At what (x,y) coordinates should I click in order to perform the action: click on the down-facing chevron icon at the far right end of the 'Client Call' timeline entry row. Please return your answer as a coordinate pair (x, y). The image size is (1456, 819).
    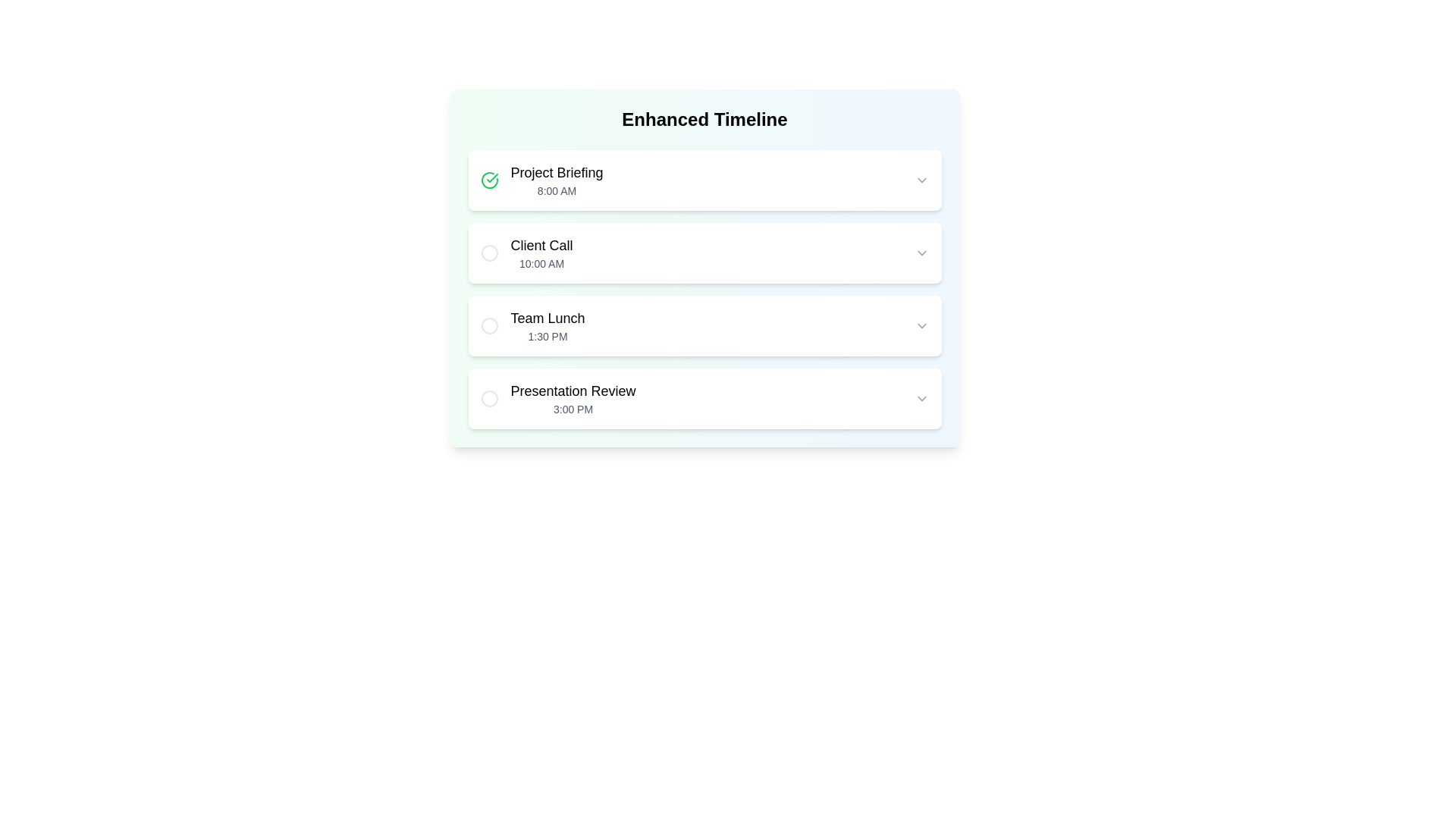
    Looking at the image, I should click on (921, 253).